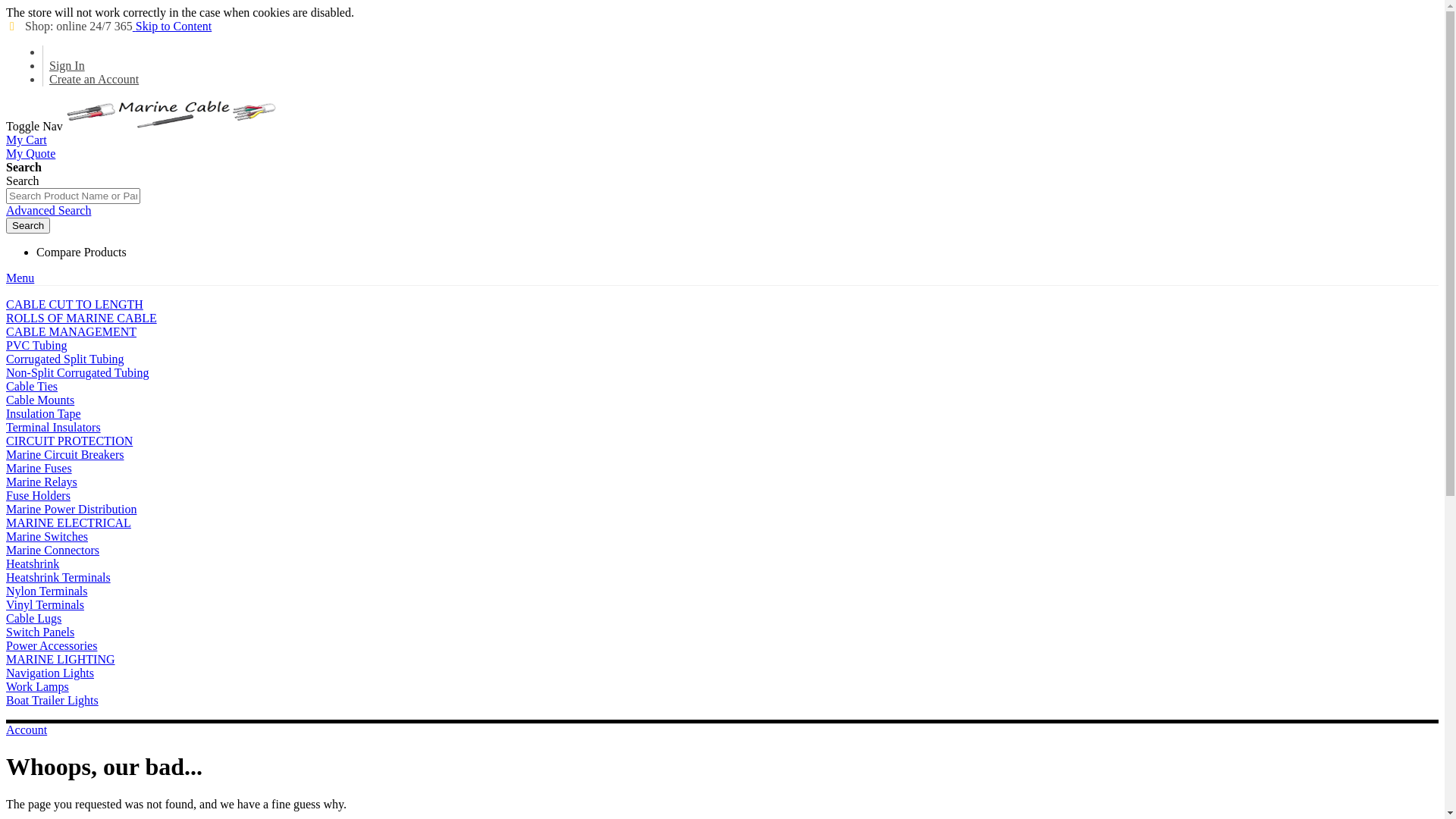 Image resolution: width=1456 pixels, height=819 pixels. What do you see at coordinates (48, 210) in the screenshot?
I see `'Advanced Search'` at bounding box center [48, 210].